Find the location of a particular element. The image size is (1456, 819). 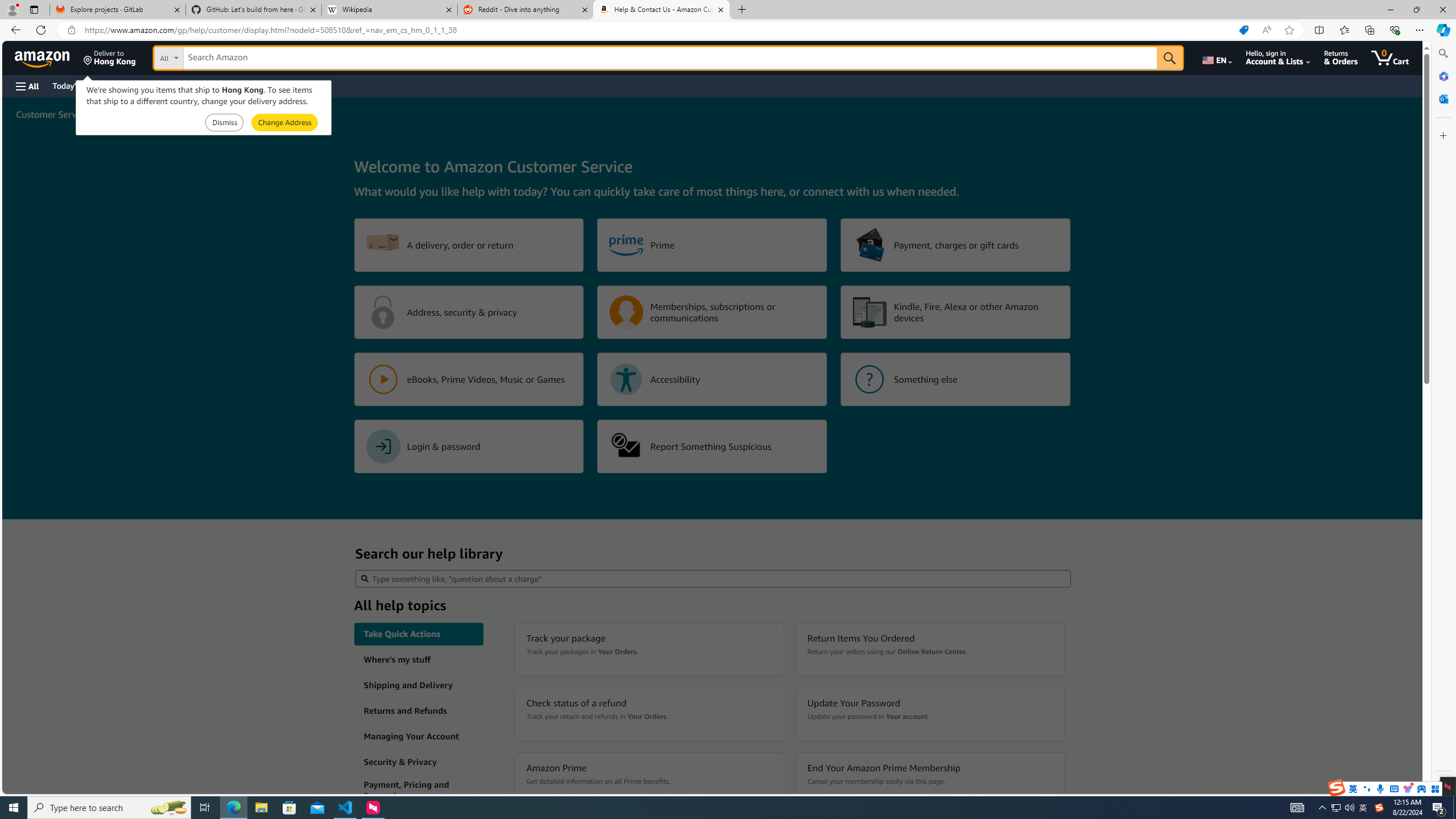

'0 items in cart' is located at coordinates (1389, 57).